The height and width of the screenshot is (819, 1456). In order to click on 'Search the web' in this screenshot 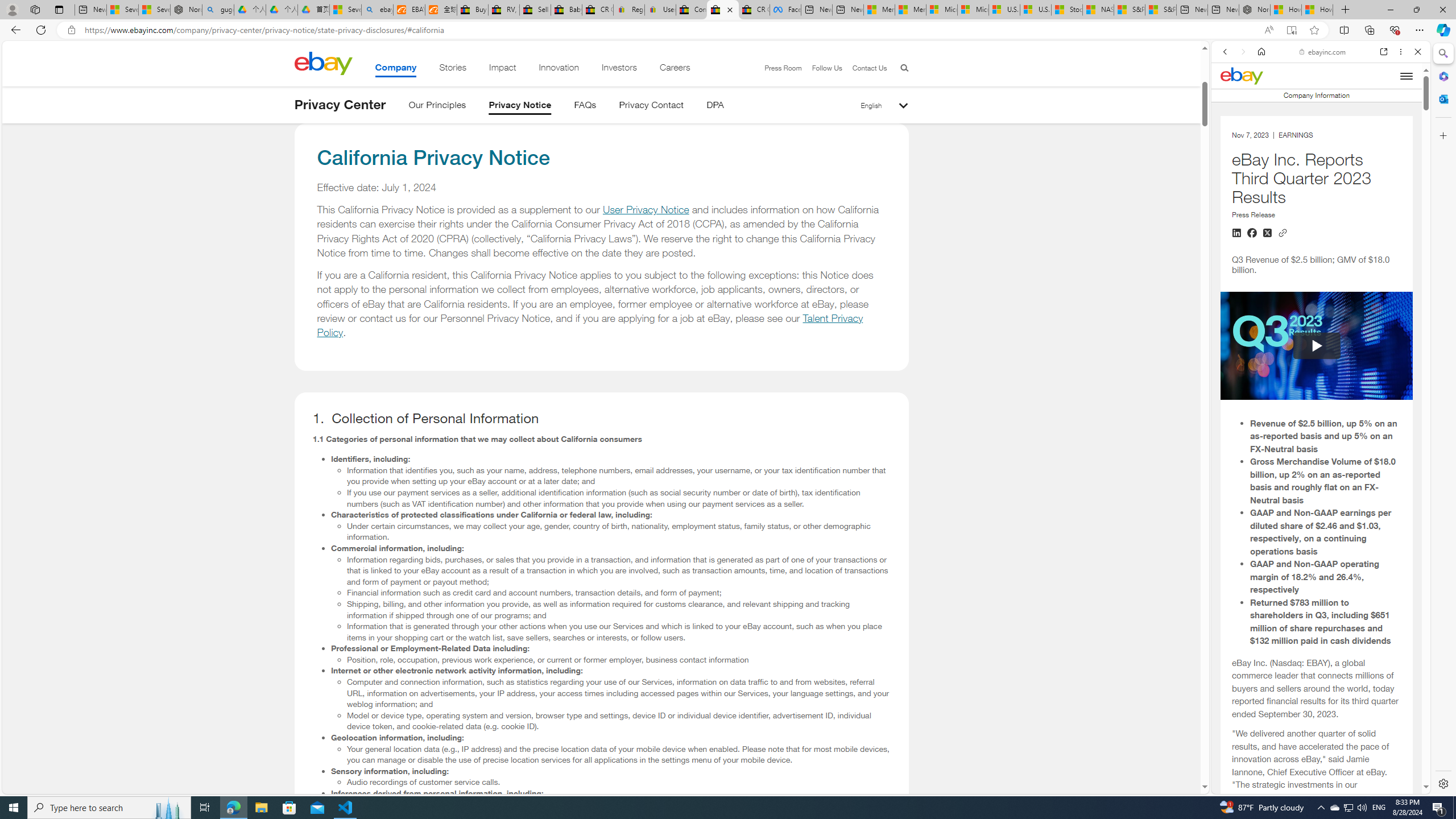, I will do `click(1326, 78)`.